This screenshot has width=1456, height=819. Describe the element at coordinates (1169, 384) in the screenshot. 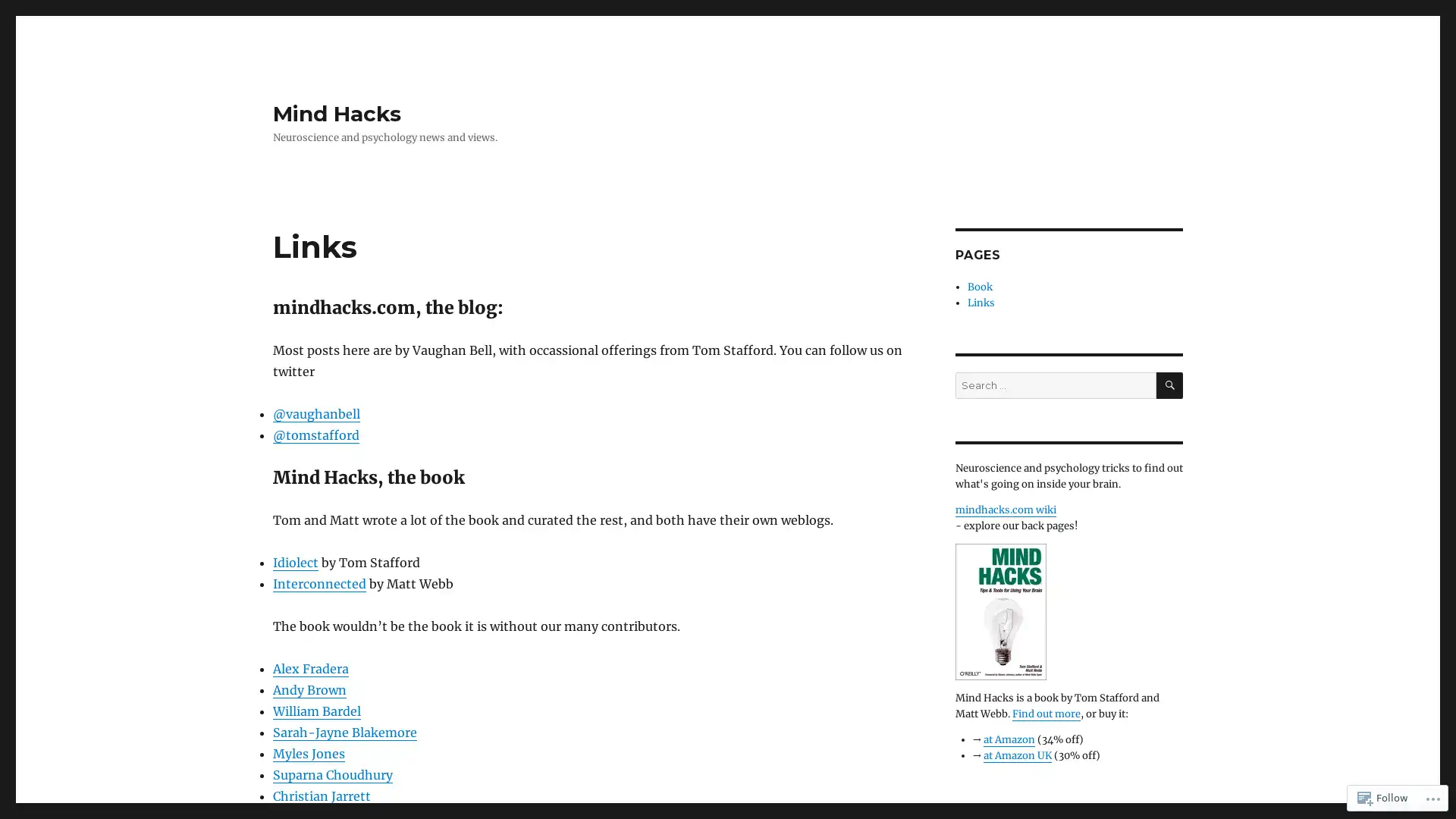

I see `SEARCH` at that location.